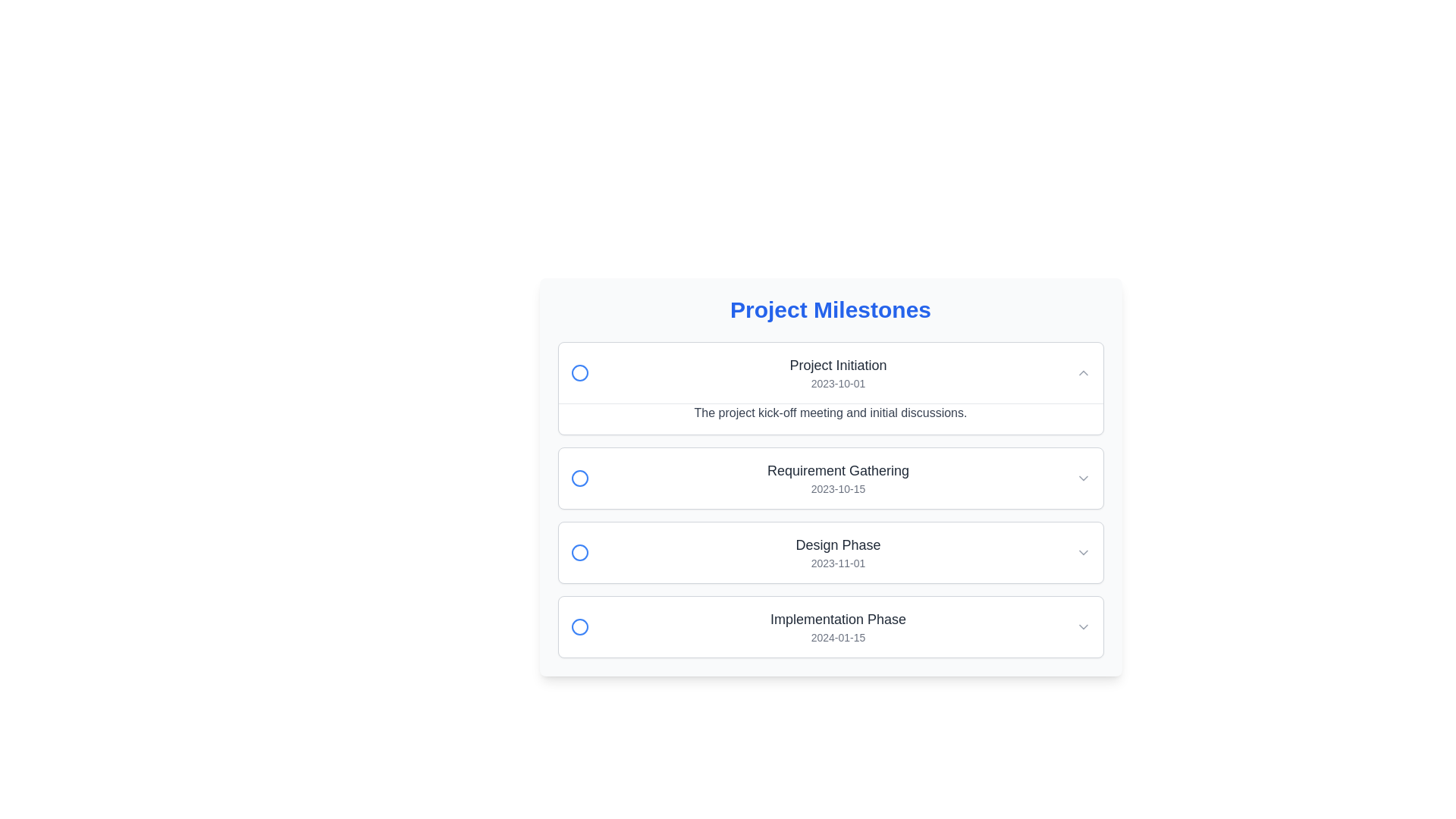  What do you see at coordinates (1082, 626) in the screenshot?
I see `the dropdown toggle icon located at the far right of the row associated with 'Implementation Phase' and '2024-01-15' to observe visual feedback` at bounding box center [1082, 626].